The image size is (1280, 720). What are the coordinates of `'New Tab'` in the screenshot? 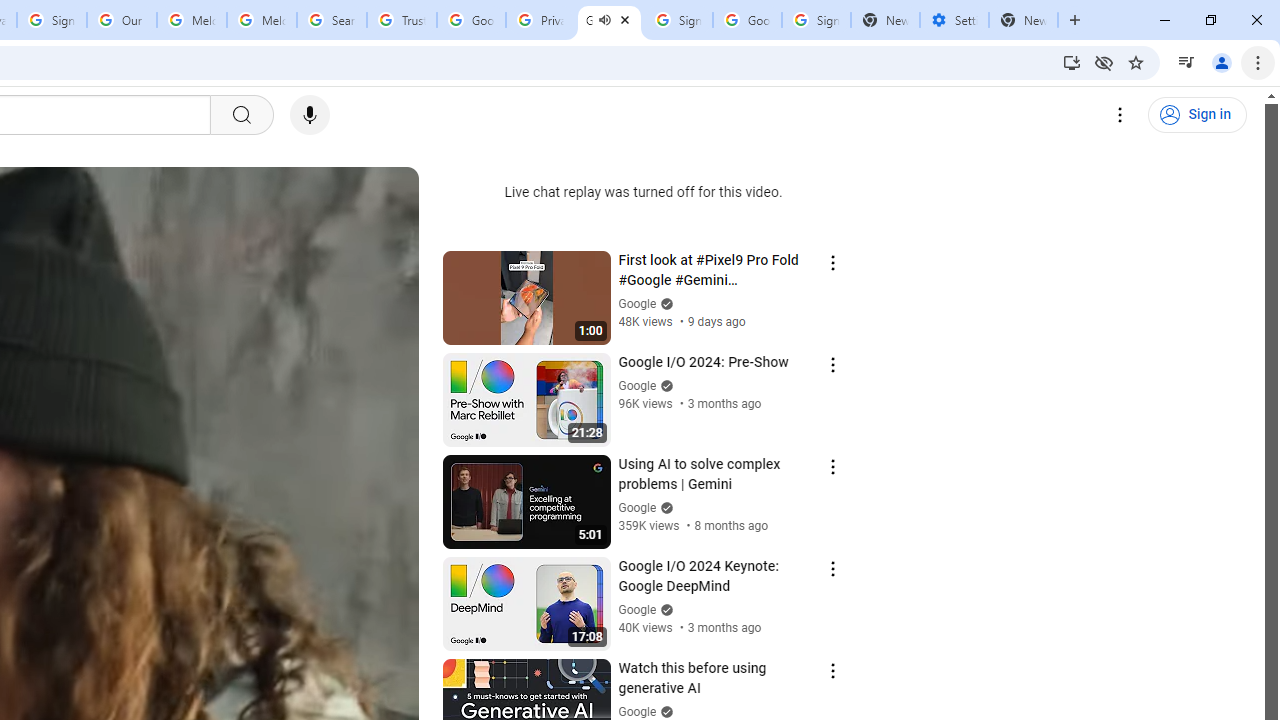 It's located at (1024, 20).